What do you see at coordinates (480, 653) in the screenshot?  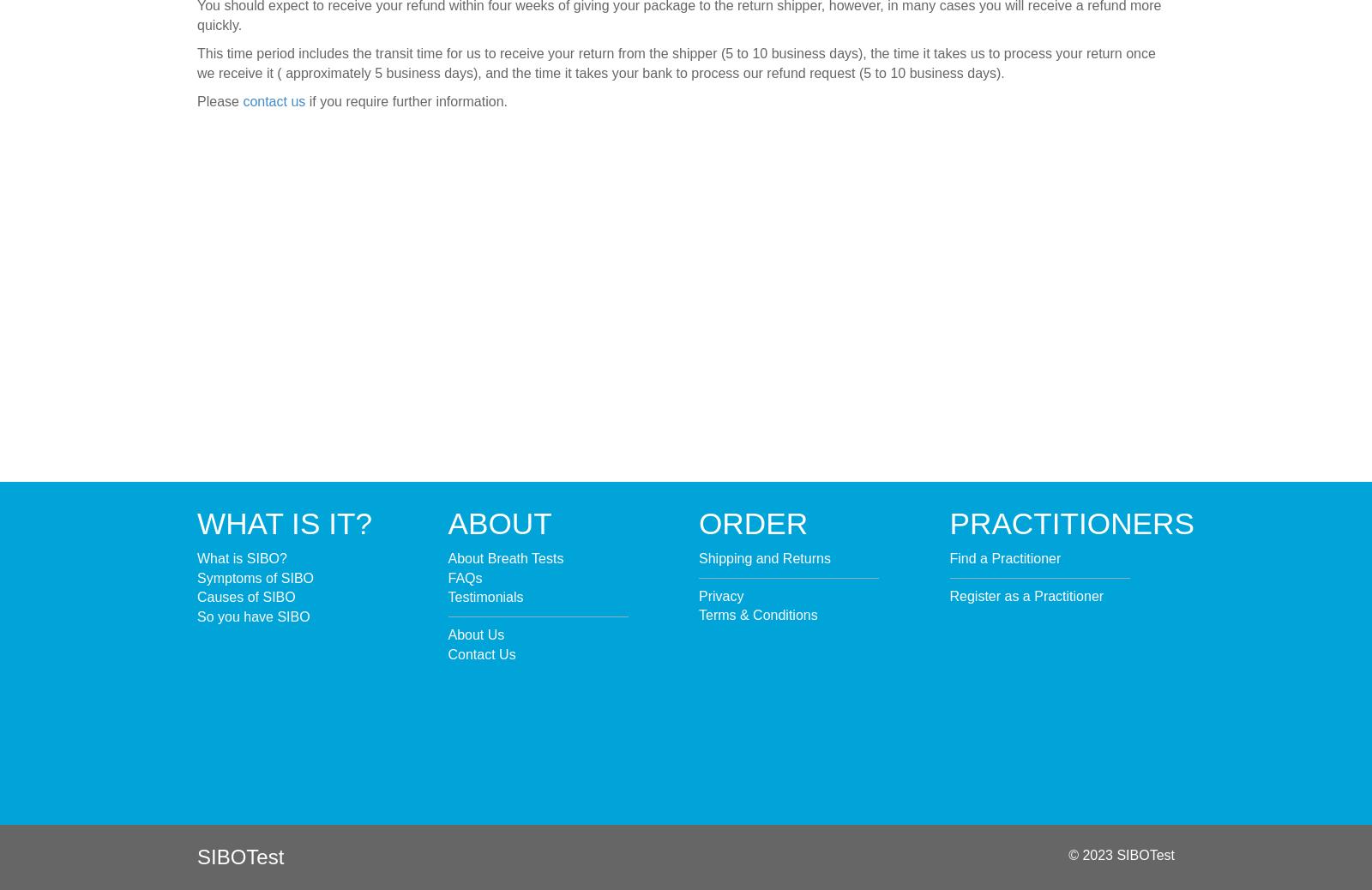 I see `'Contact Us'` at bounding box center [480, 653].